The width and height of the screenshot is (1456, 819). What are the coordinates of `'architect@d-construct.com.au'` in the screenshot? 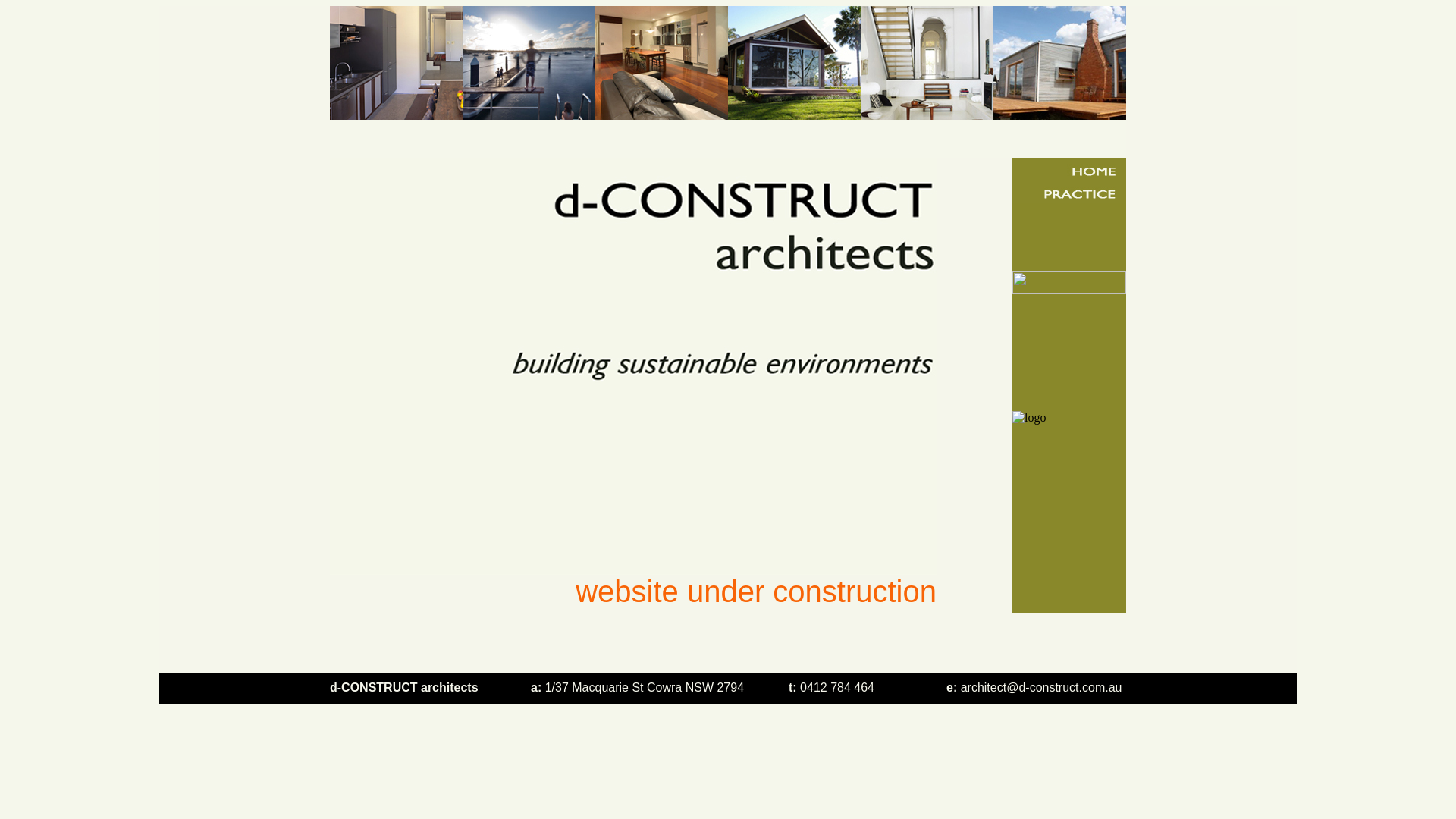 It's located at (1040, 687).